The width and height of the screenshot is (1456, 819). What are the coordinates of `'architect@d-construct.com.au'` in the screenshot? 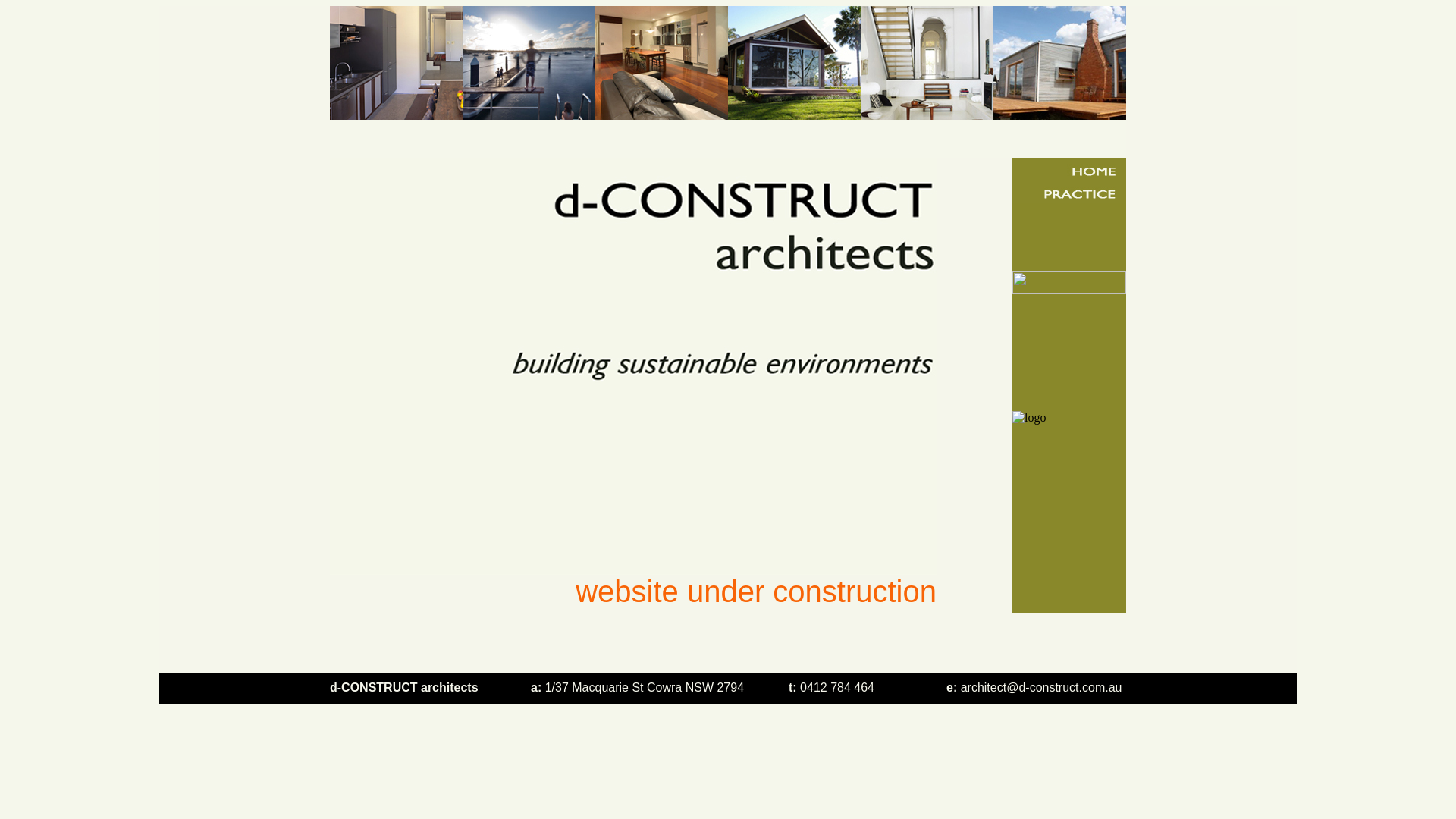 It's located at (1040, 687).